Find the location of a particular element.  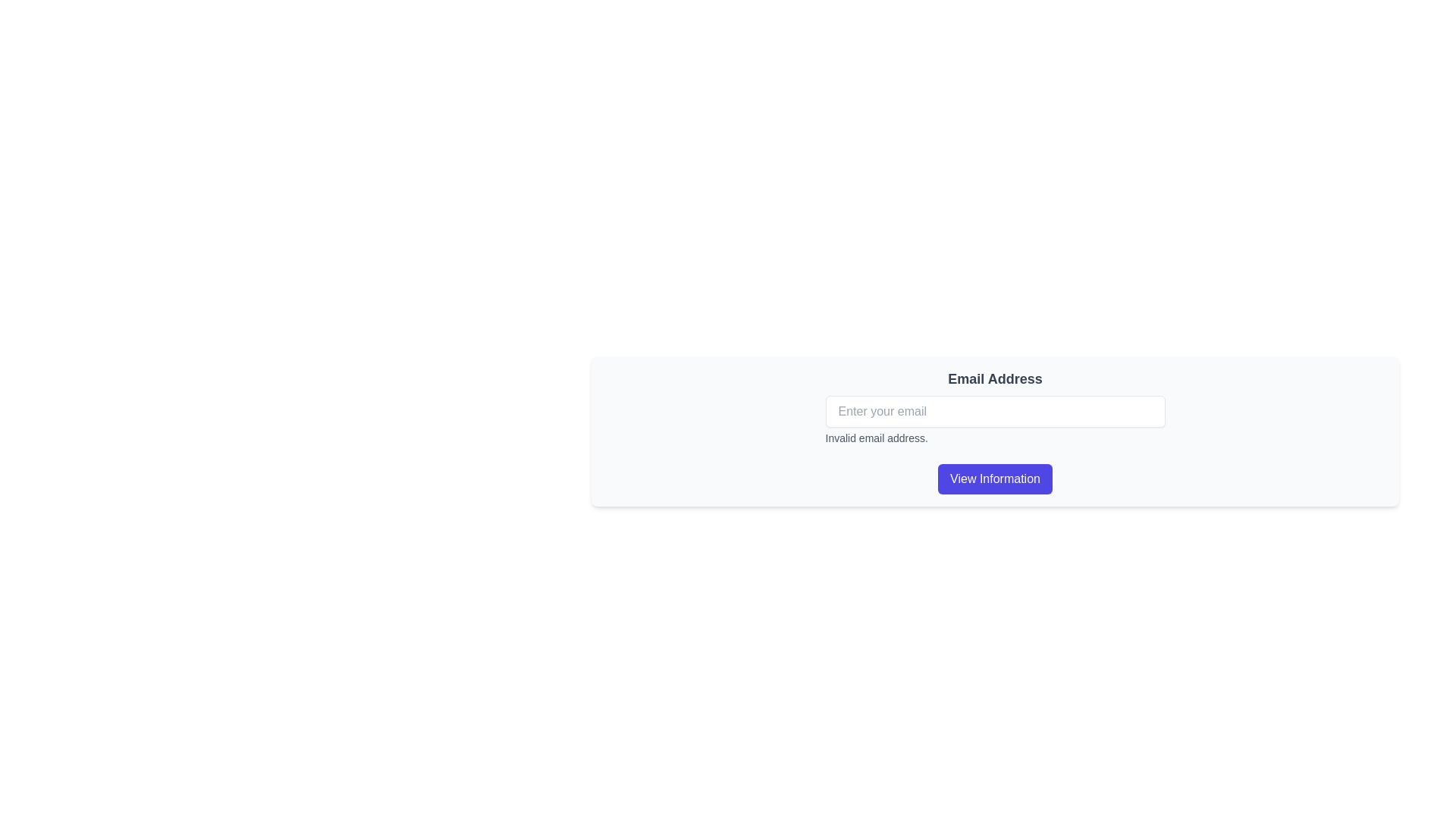

the text label that reads 'Invalid email address.' which is styled in gray color and positioned beneath the 'Enter your email' input field is located at coordinates (877, 438).